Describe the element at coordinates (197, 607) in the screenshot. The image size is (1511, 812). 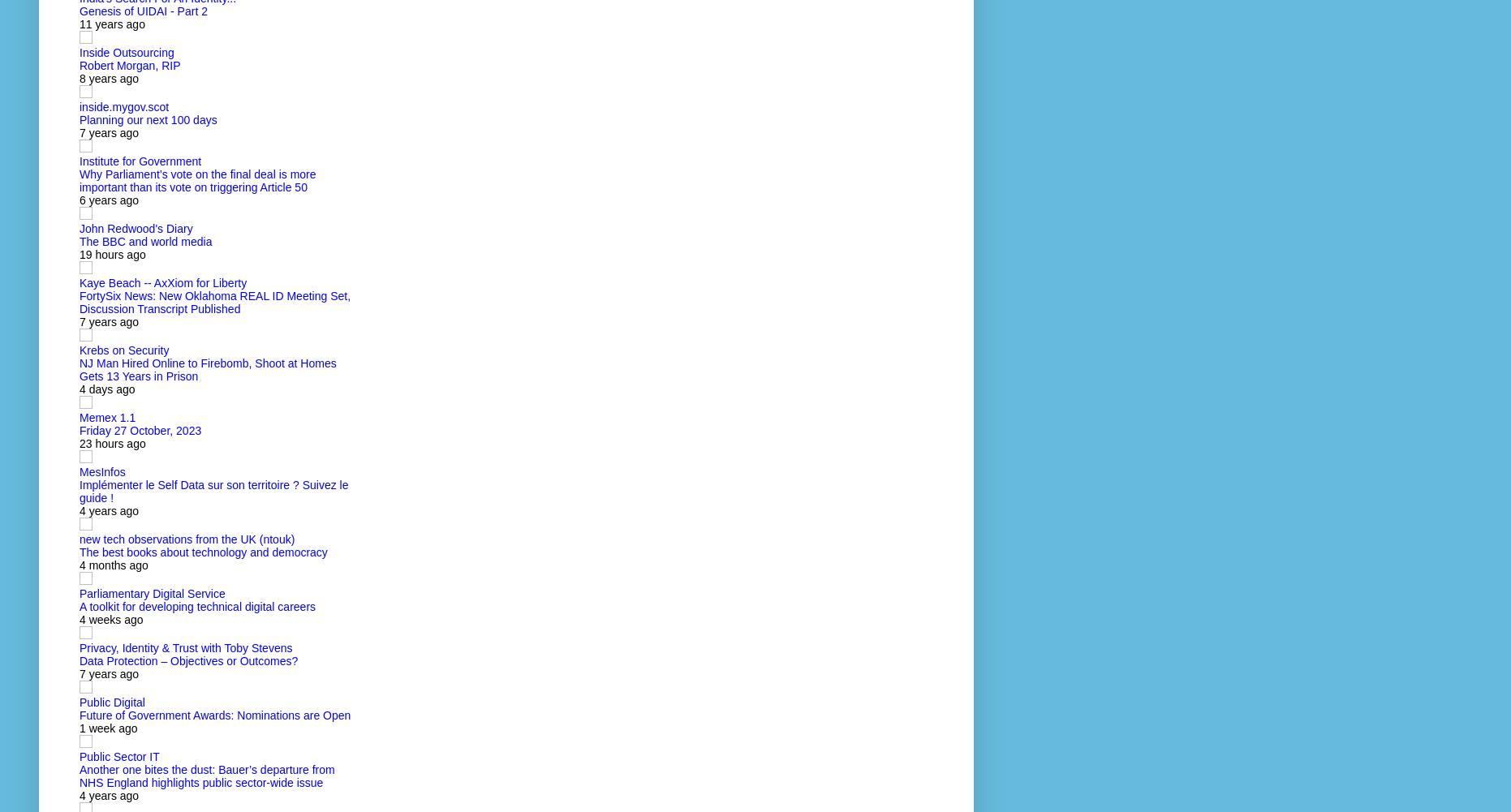
I see `'A toolkit for developing technical digital careers'` at that location.